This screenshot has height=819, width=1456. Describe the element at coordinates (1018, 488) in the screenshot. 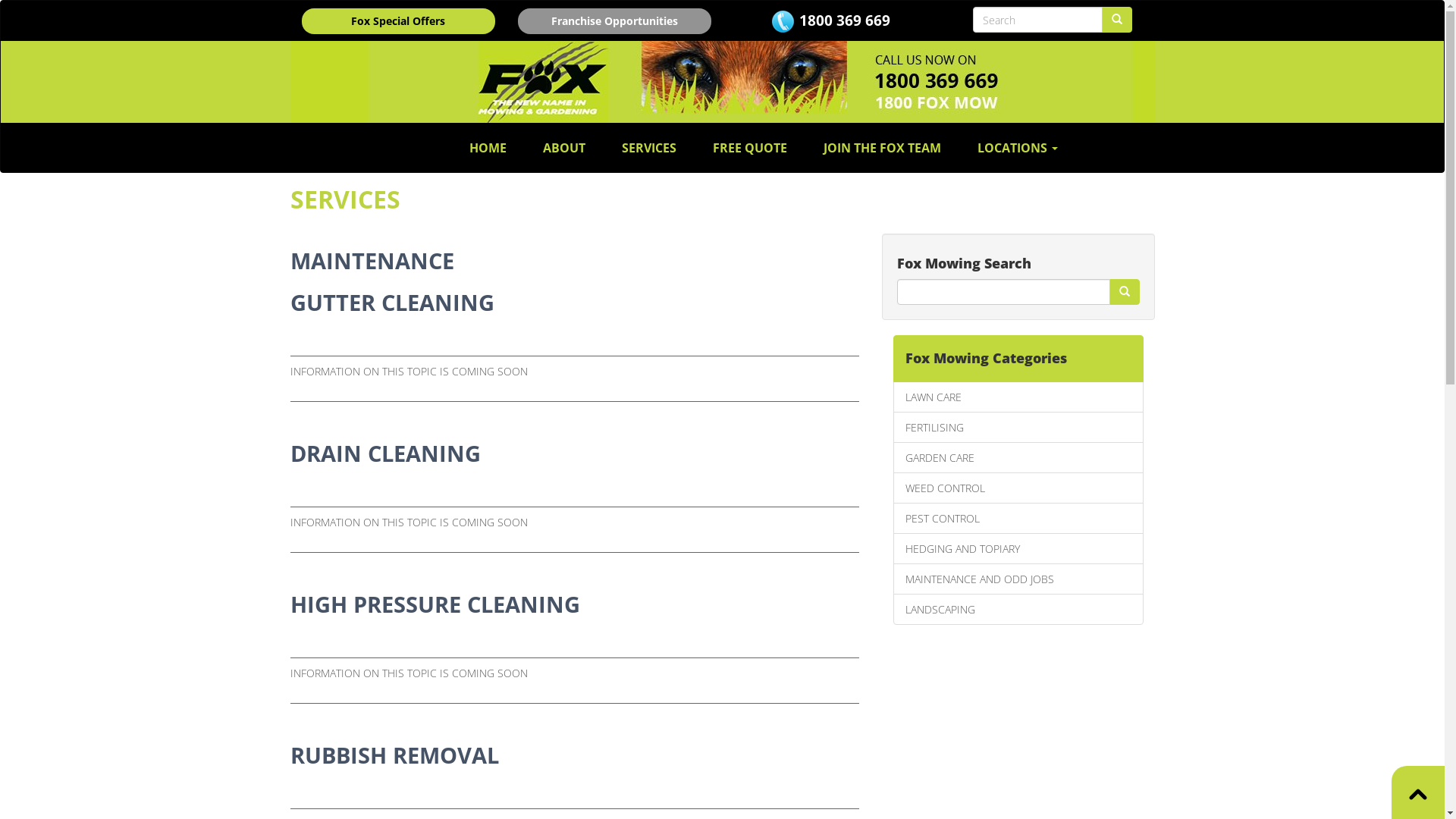

I see `'WEED CONTROL'` at that location.